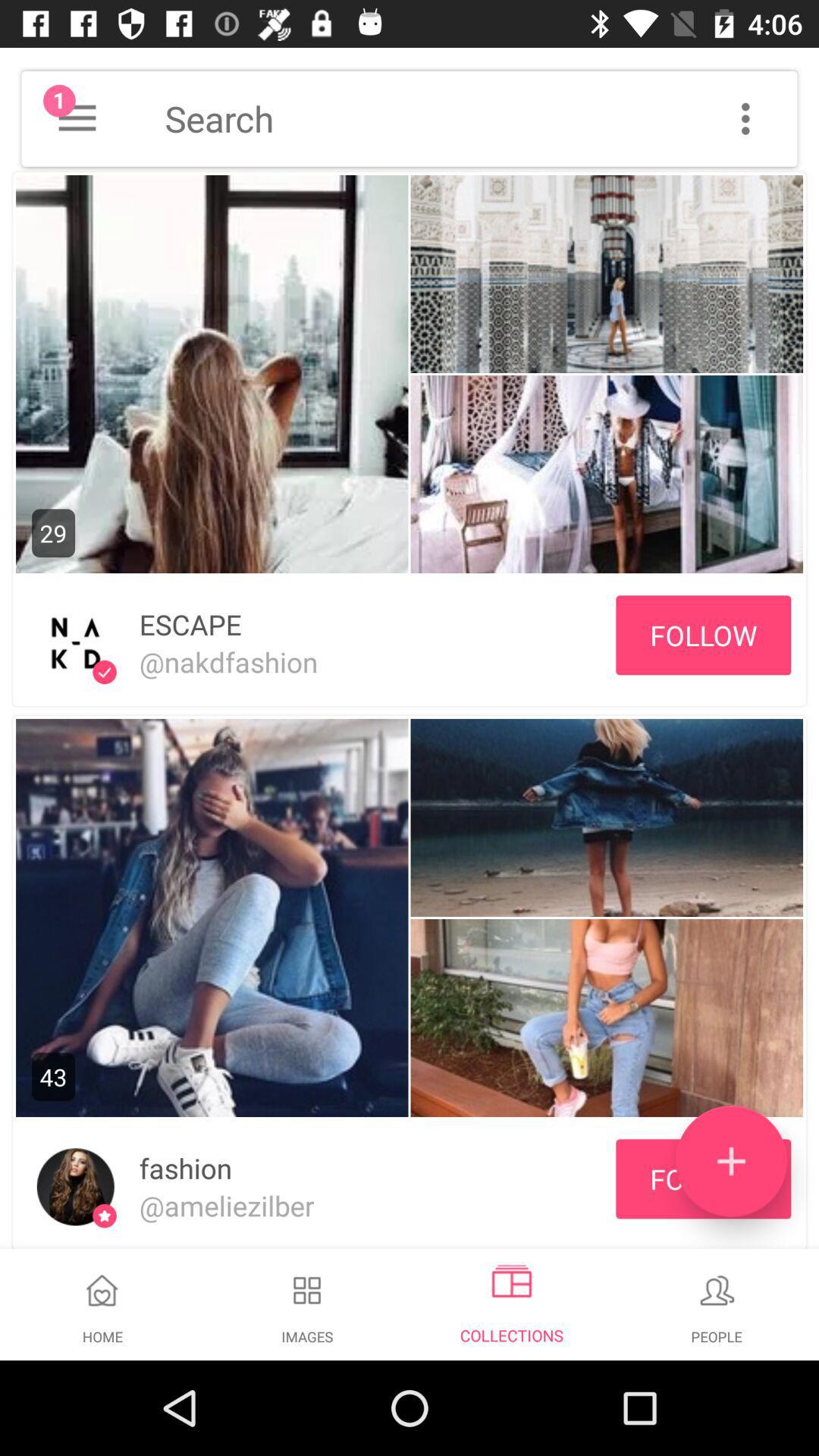 The image size is (819, 1456). Describe the element at coordinates (77, 118) in the screenshot. I see `open menu` at that location.